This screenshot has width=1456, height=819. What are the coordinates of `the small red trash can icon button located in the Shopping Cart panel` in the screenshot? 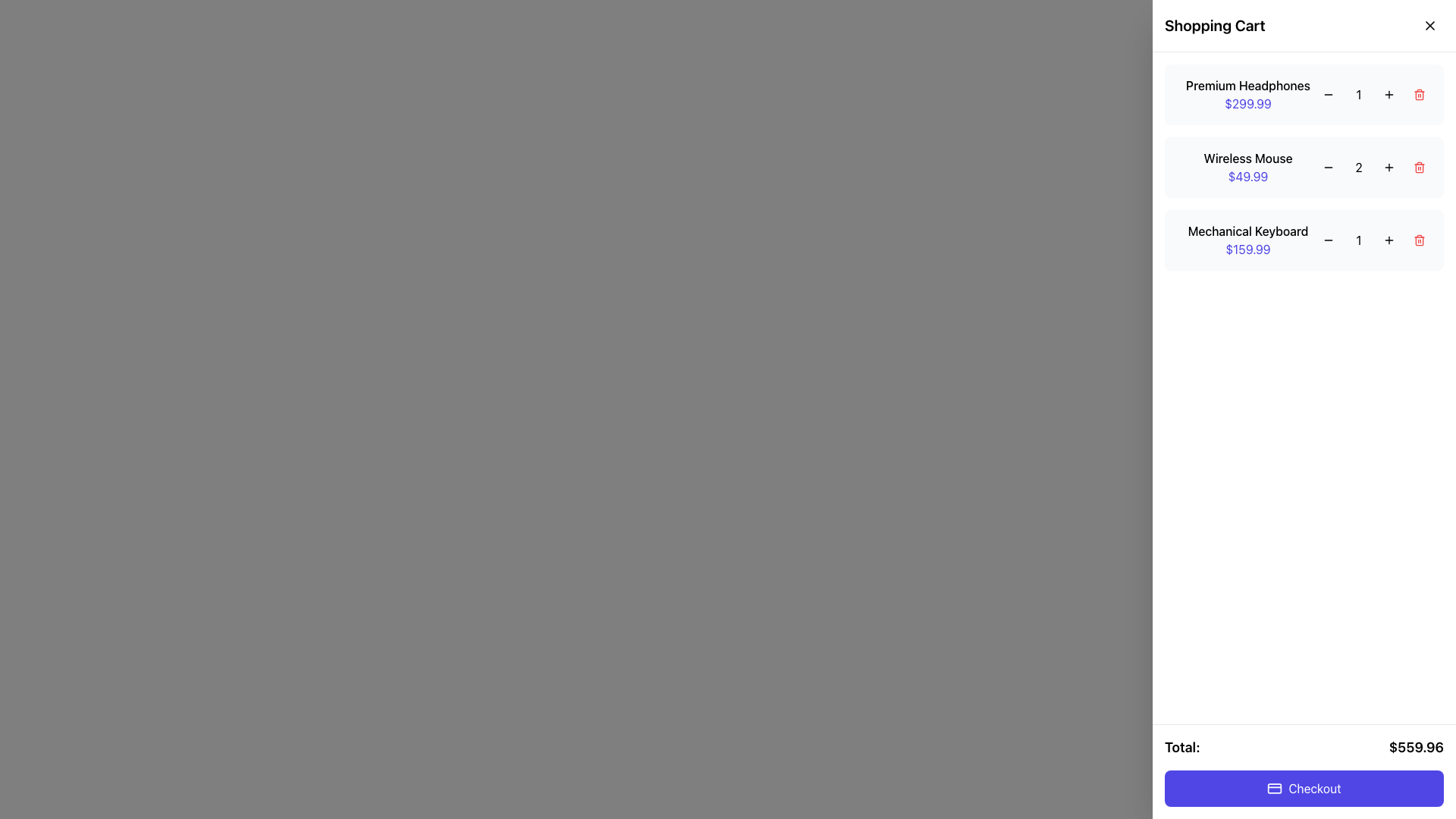 It's located at (1419, 94).